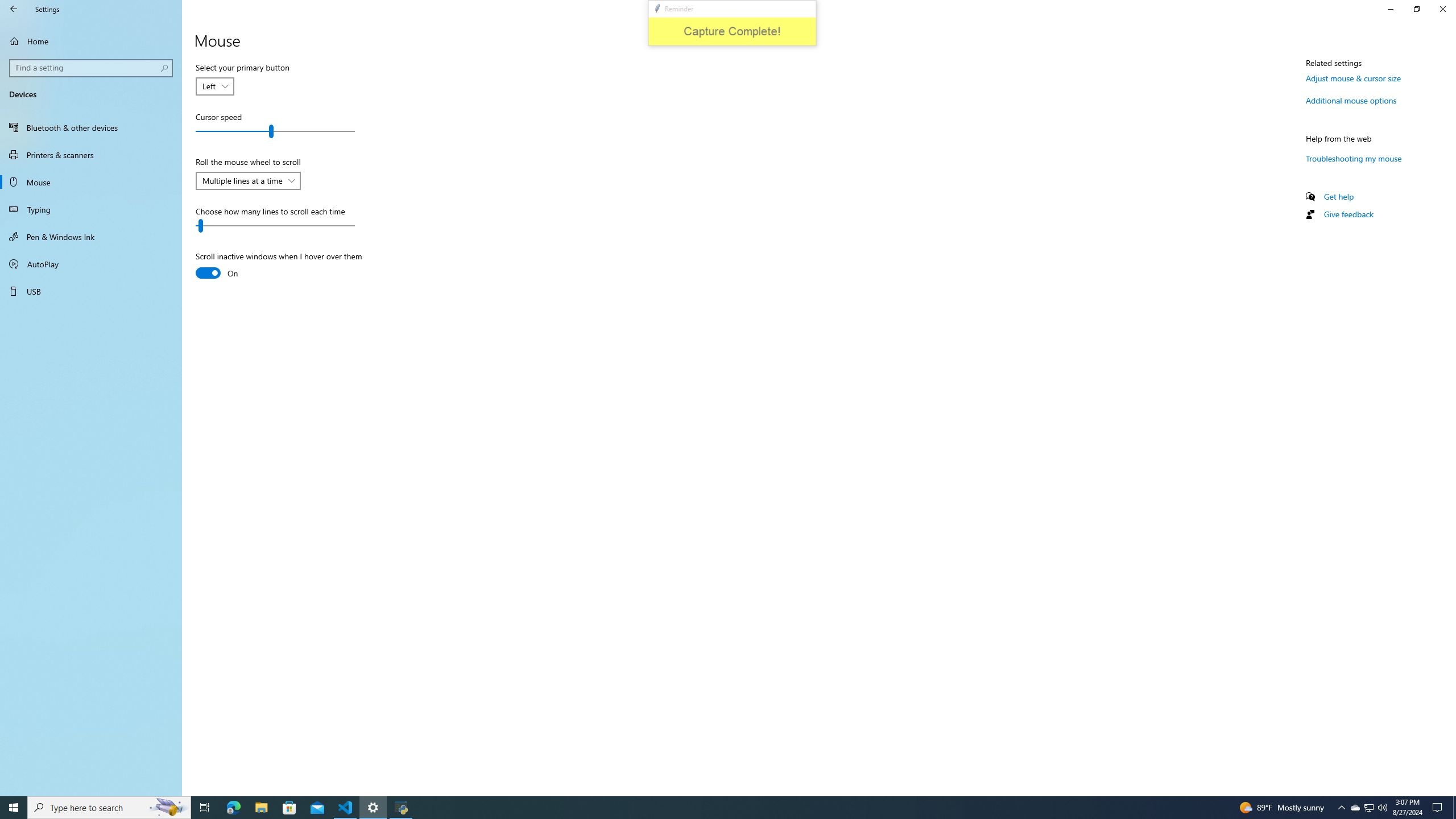  What do you see at coordinates (90, 290) in the screenshot?
I see `'USB'` at bounding box center [90, 290].